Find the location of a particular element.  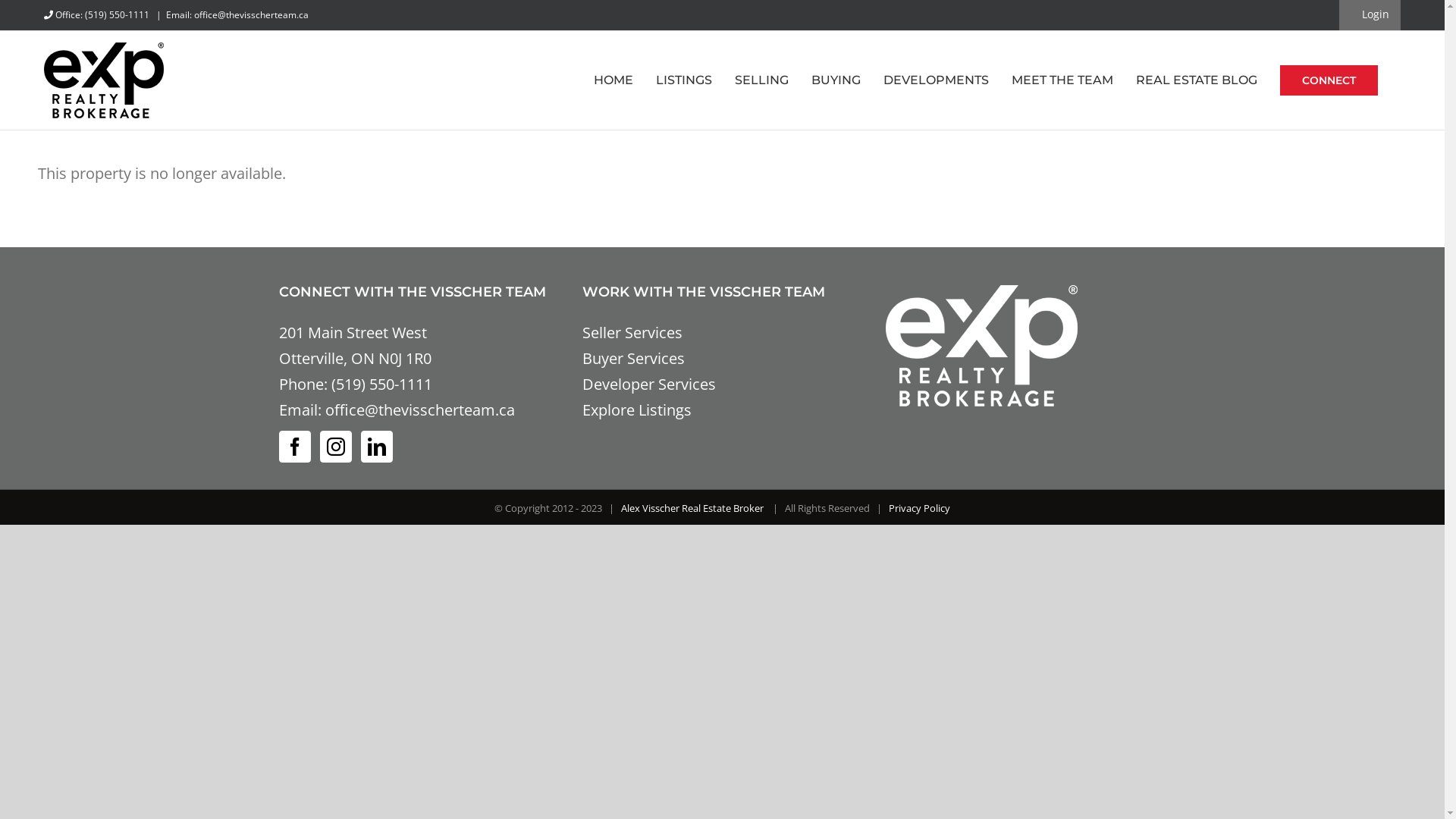

'Seller Services' is located at coordinates (632, 331).